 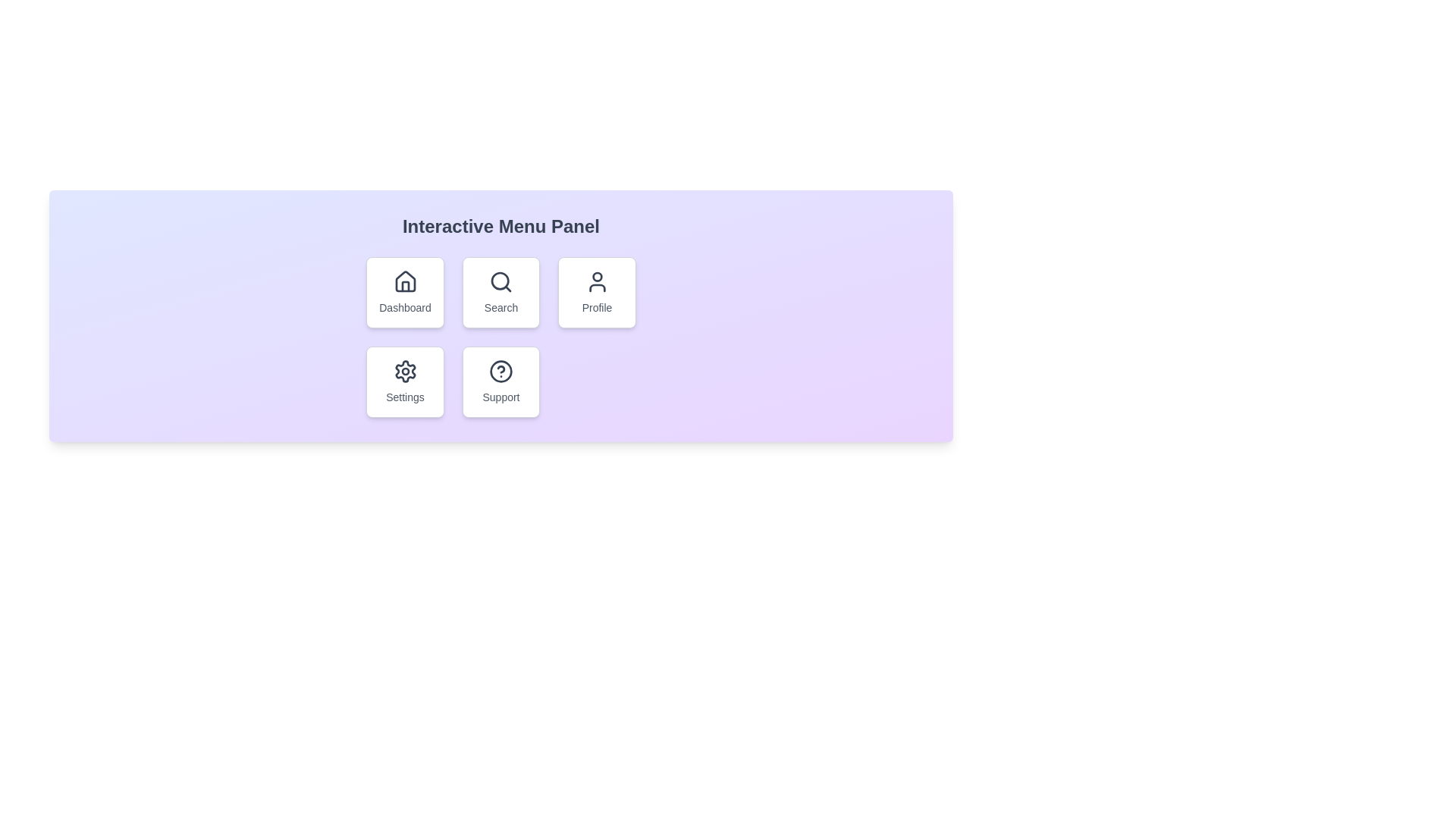 I want to click on the magnifying glass icon in the 'Interactive Menu Panel' to initiate a search, so click(x=501, y=281).